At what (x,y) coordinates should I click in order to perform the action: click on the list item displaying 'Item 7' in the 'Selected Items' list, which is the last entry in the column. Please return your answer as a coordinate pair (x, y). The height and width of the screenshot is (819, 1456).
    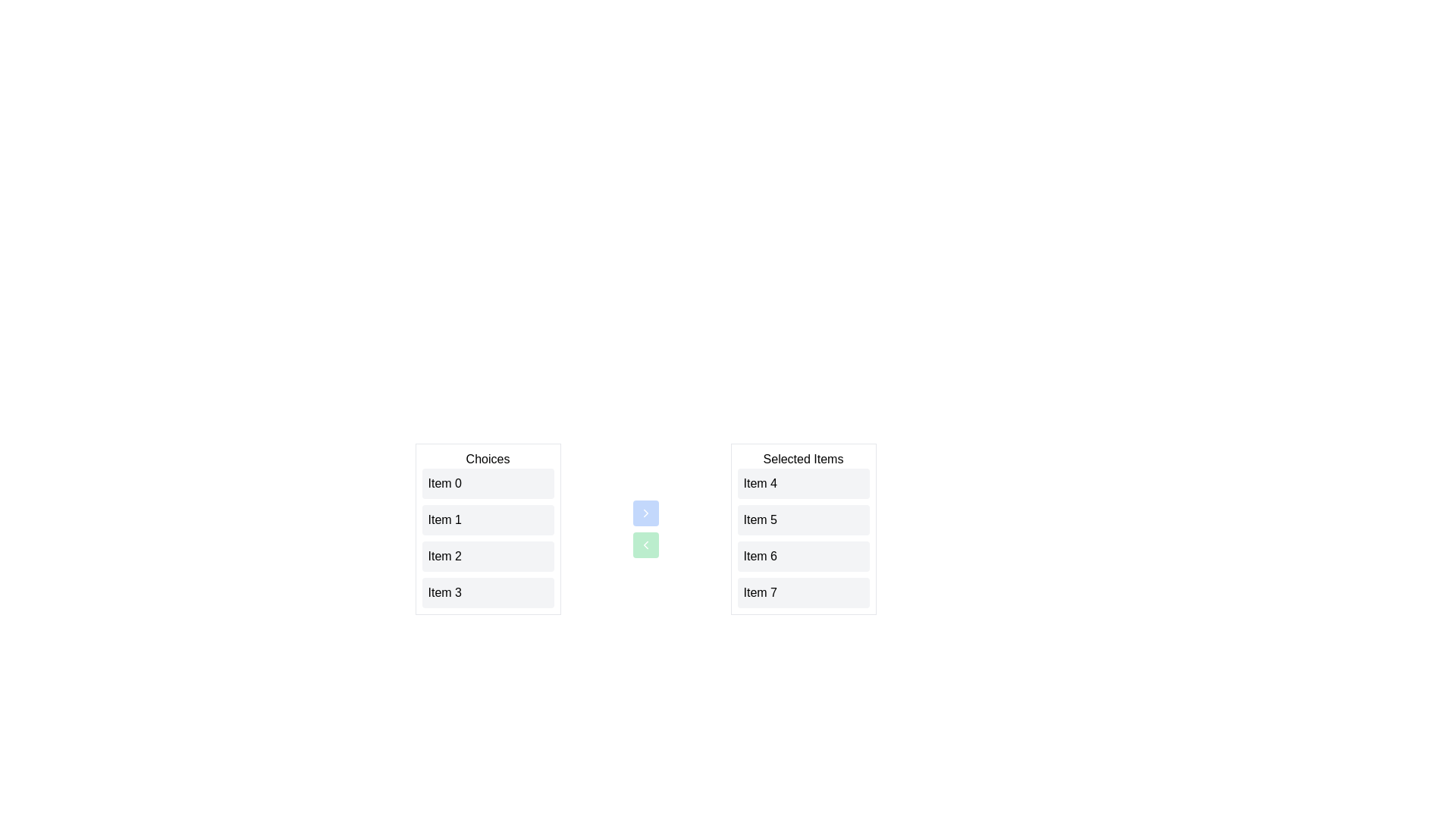
    Looking at the image, I should click on (802, 592).